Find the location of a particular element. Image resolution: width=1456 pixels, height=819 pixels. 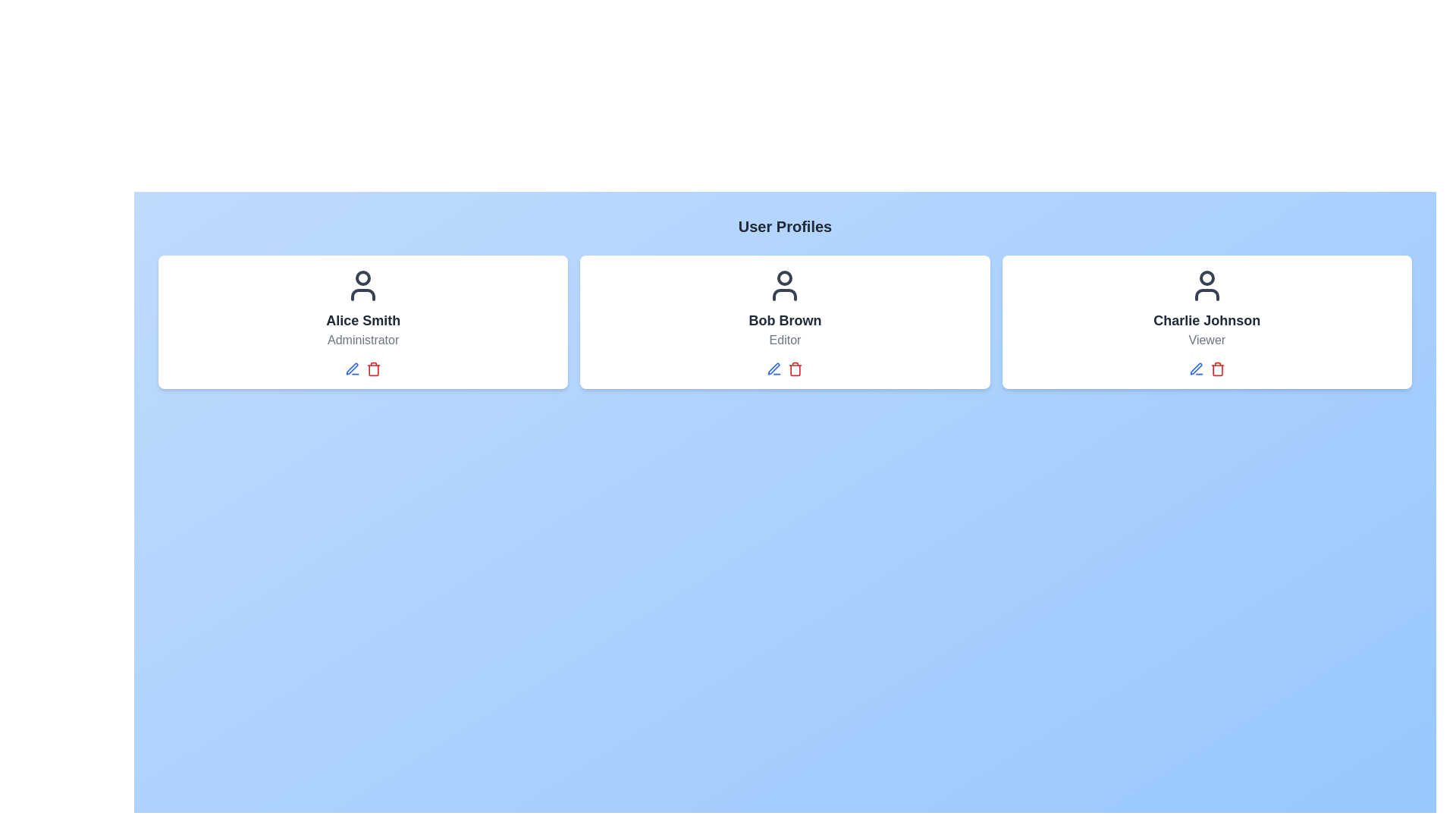

the delete icon button located in the bottom right corner of the user profile card for 'Alice Smith - Administrator' to initiate deletion of the user profile is located at coordinates (374, 370).